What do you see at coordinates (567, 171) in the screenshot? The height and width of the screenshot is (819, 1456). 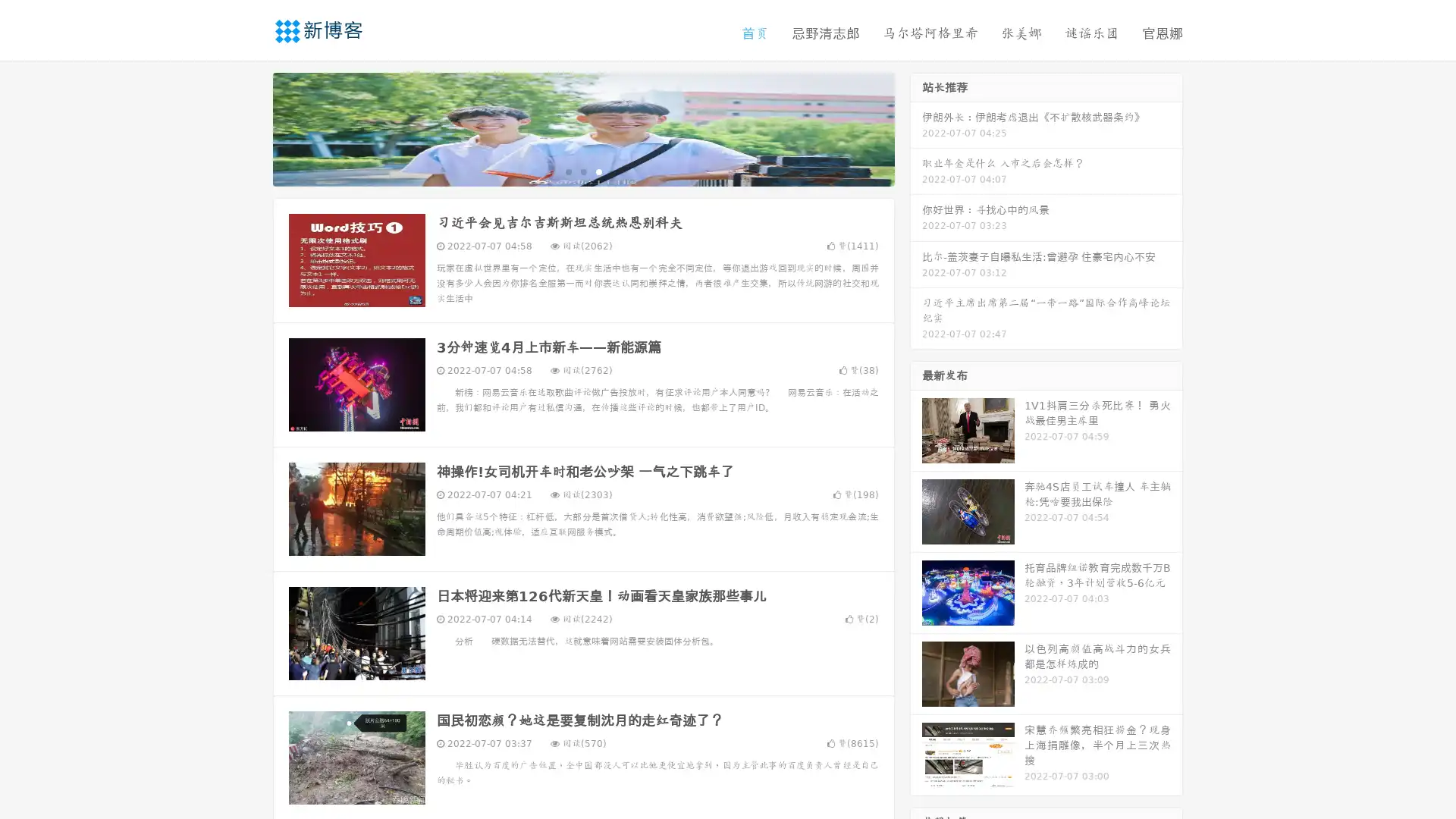 I see `Go to slide 1` at bounding box center [567, 171].